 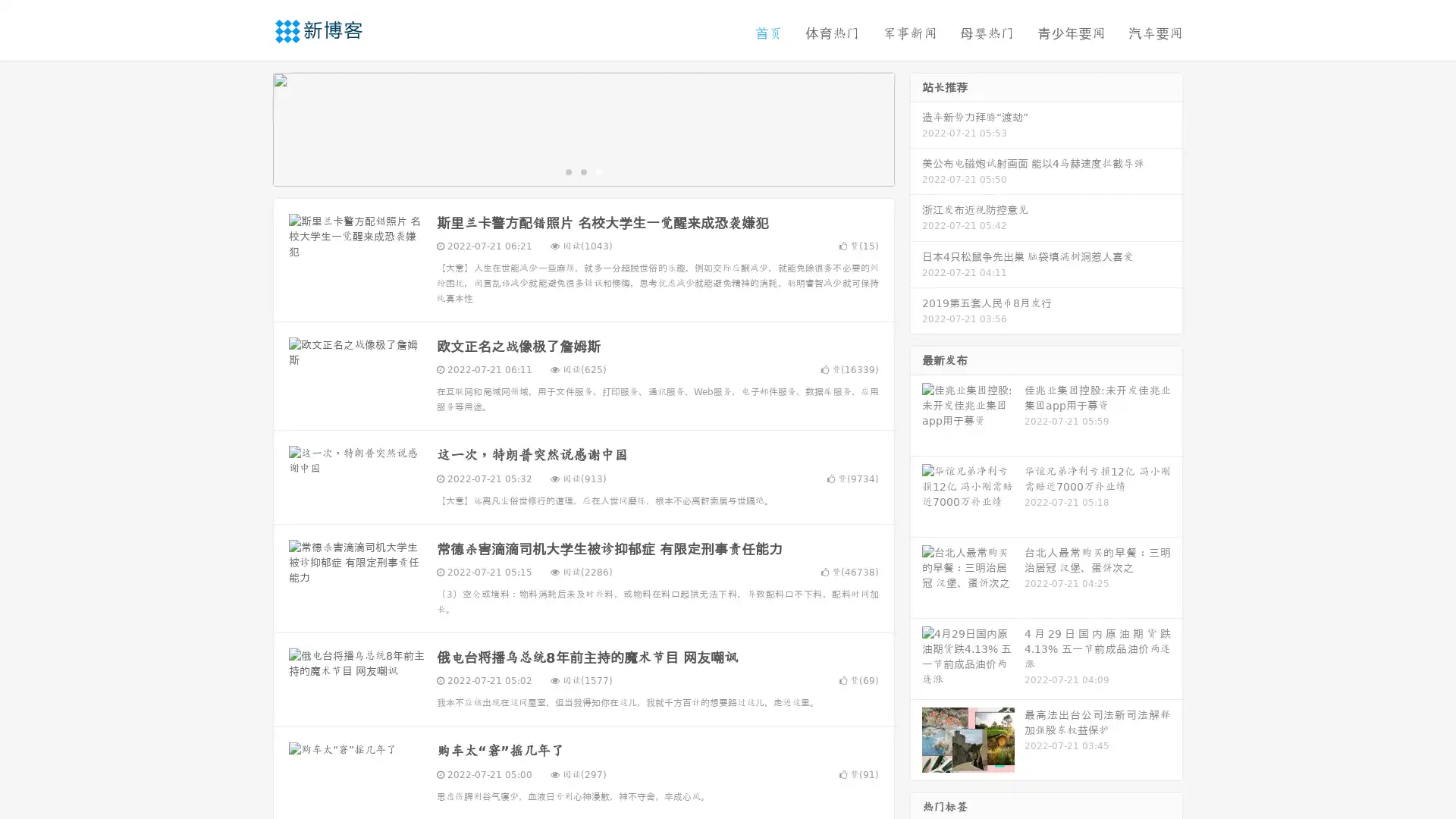 I want to click on Go to slide 1, so click(x=567, y=171).